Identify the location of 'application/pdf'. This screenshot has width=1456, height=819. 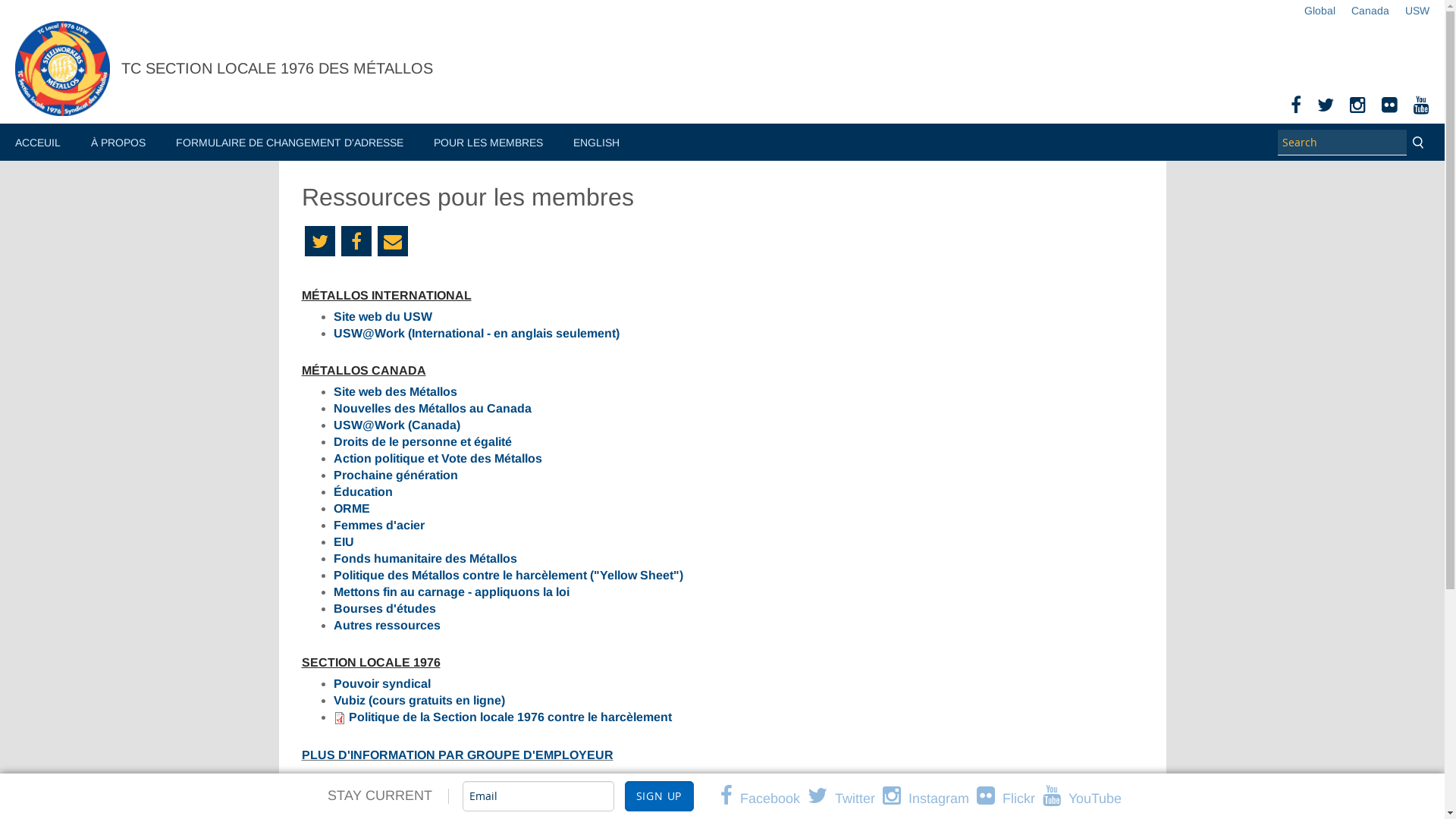
(333, 717).